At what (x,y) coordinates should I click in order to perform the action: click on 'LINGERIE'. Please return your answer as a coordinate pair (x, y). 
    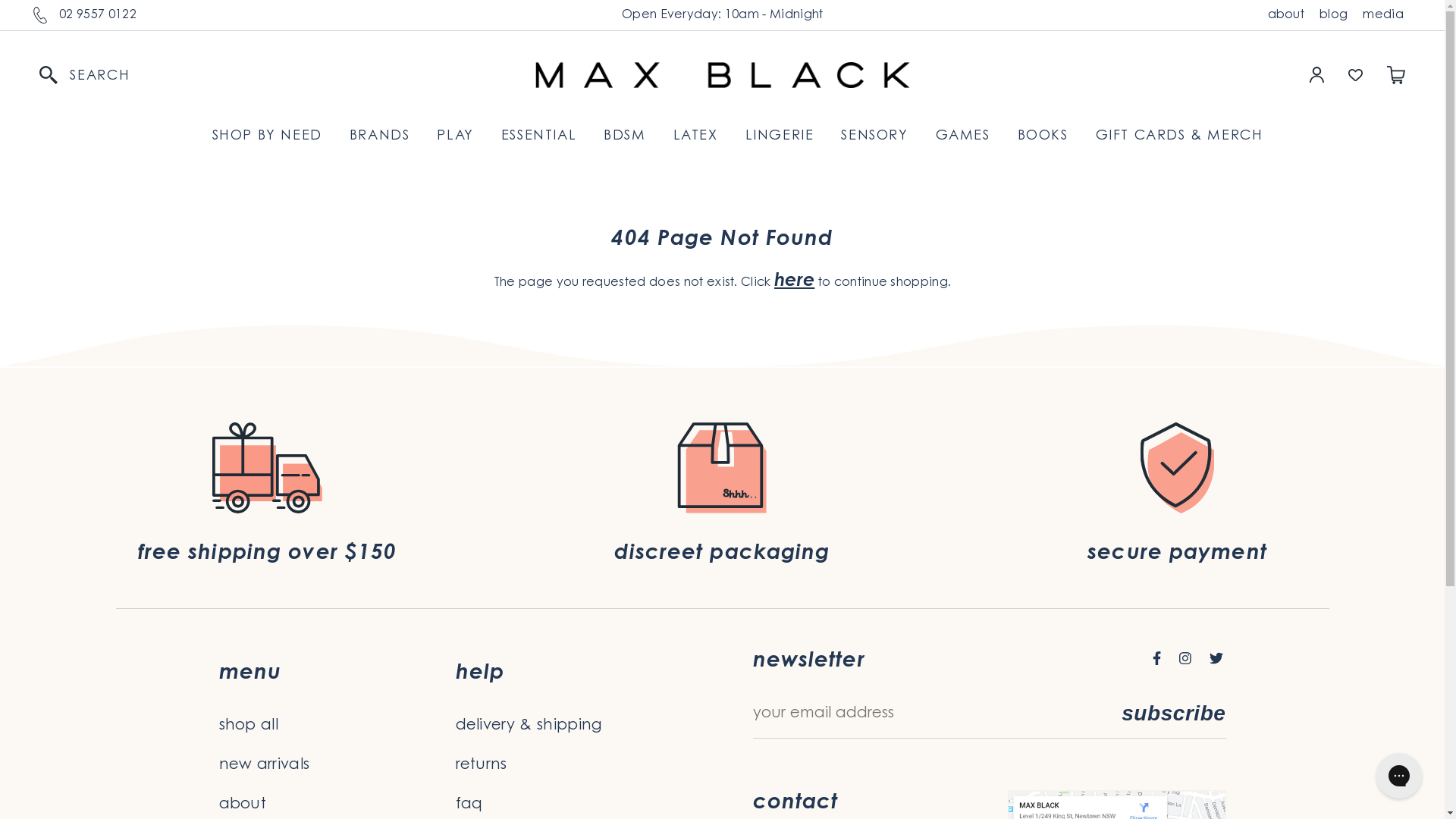
    Looking at the image, I should click on (780, 136).